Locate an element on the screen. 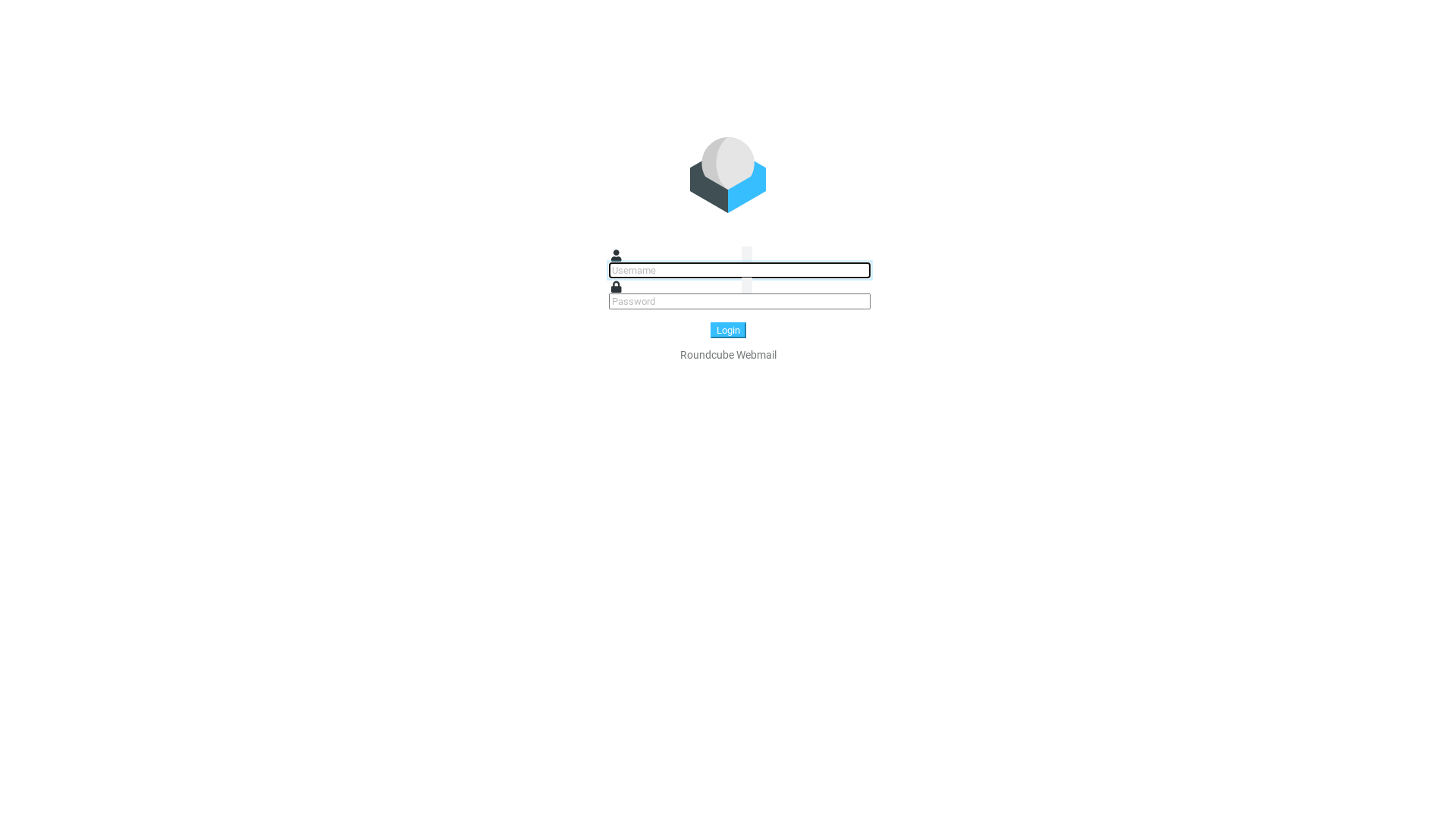 The image size is (1456, 819). 'Login' is located at coordinates (709, 329).